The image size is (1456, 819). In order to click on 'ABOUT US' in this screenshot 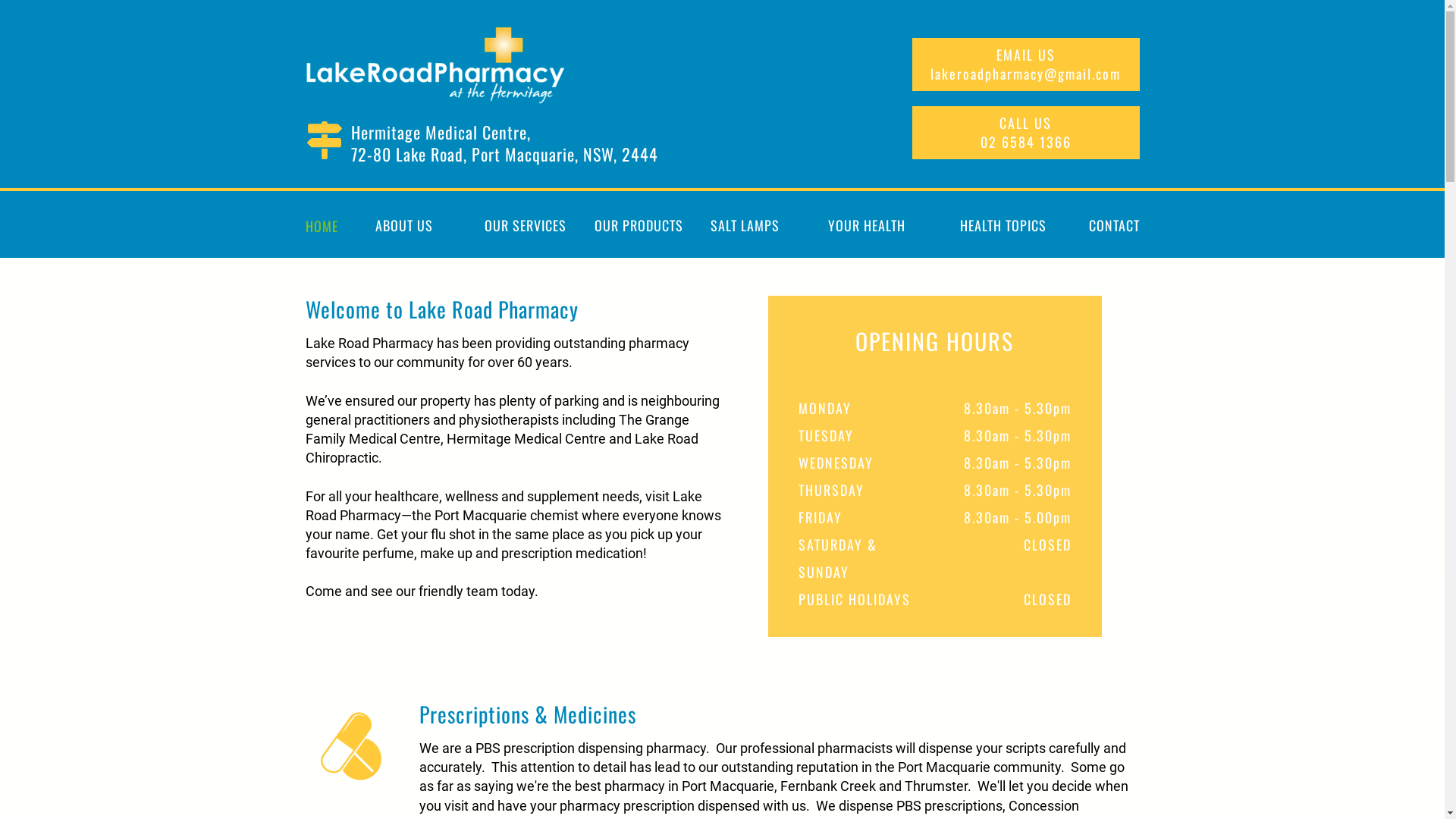, I will do `click(403, 225)`.